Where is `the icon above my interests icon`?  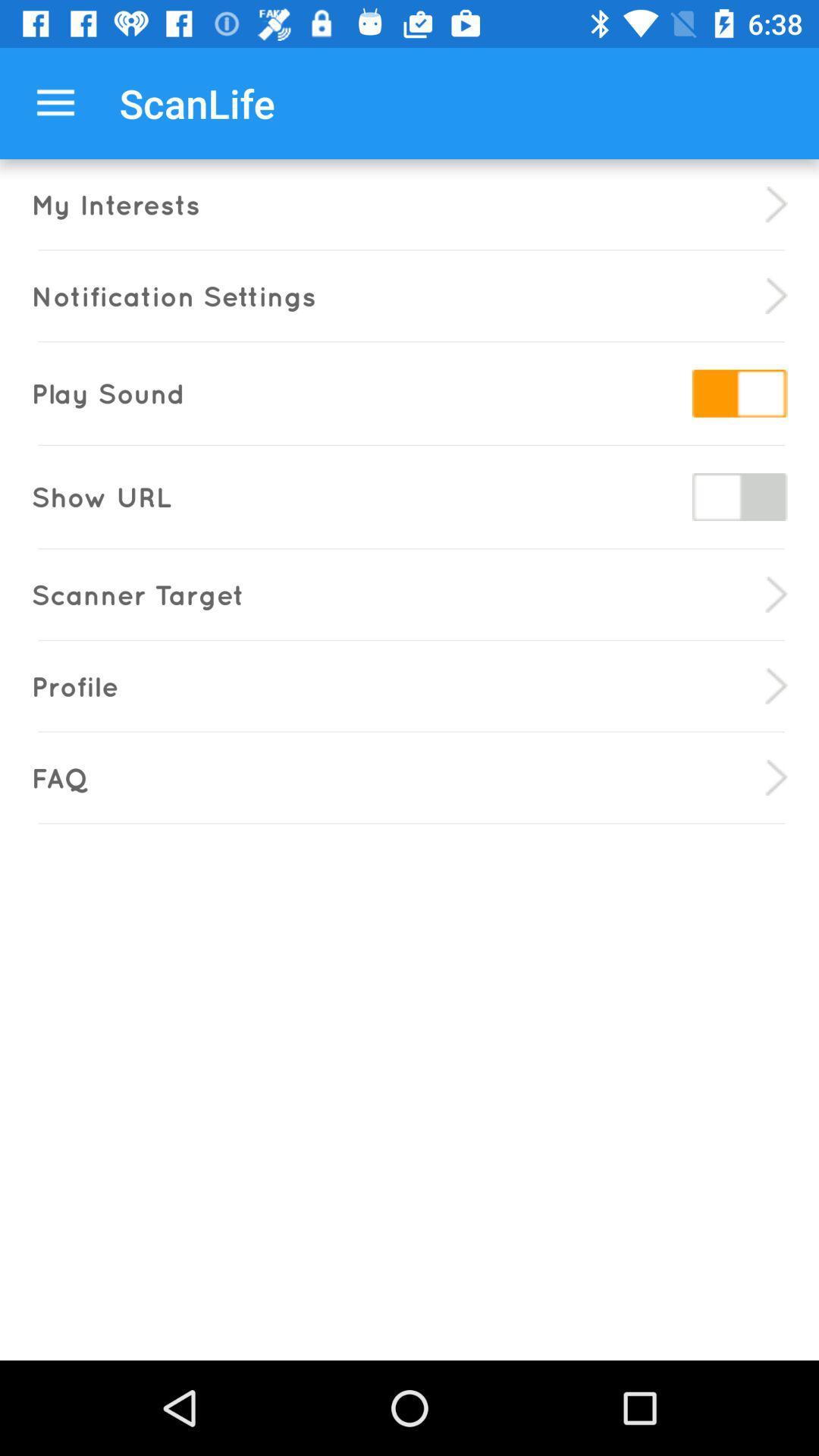 the icon above my interests icon is located at coordinates (55, 102).